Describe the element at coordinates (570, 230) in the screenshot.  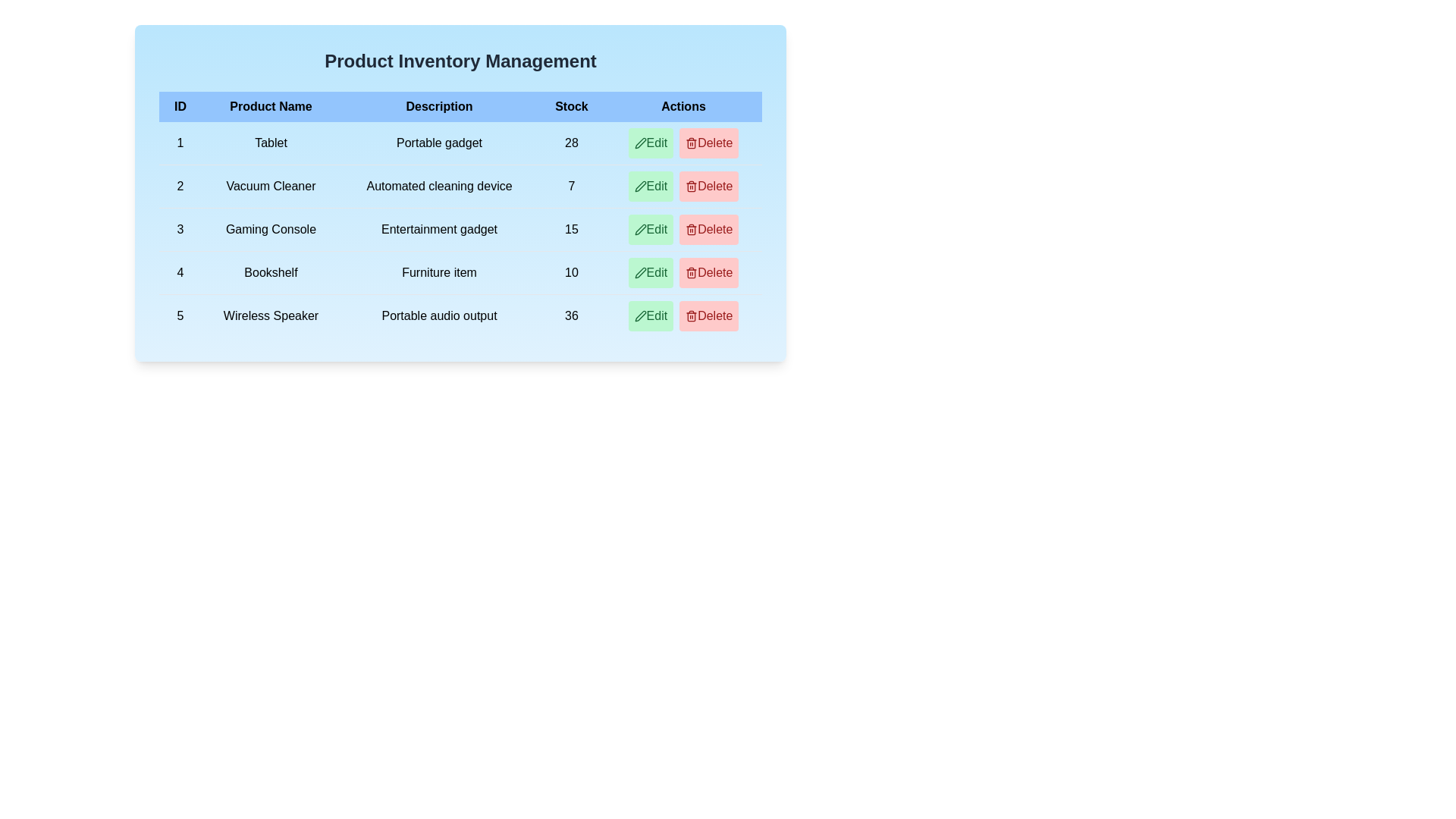
I see `the non-interactive text display that shows the stock quantity for the product 'Gaming Console' located in the 'Stock' column of the third row in the table` at that location.